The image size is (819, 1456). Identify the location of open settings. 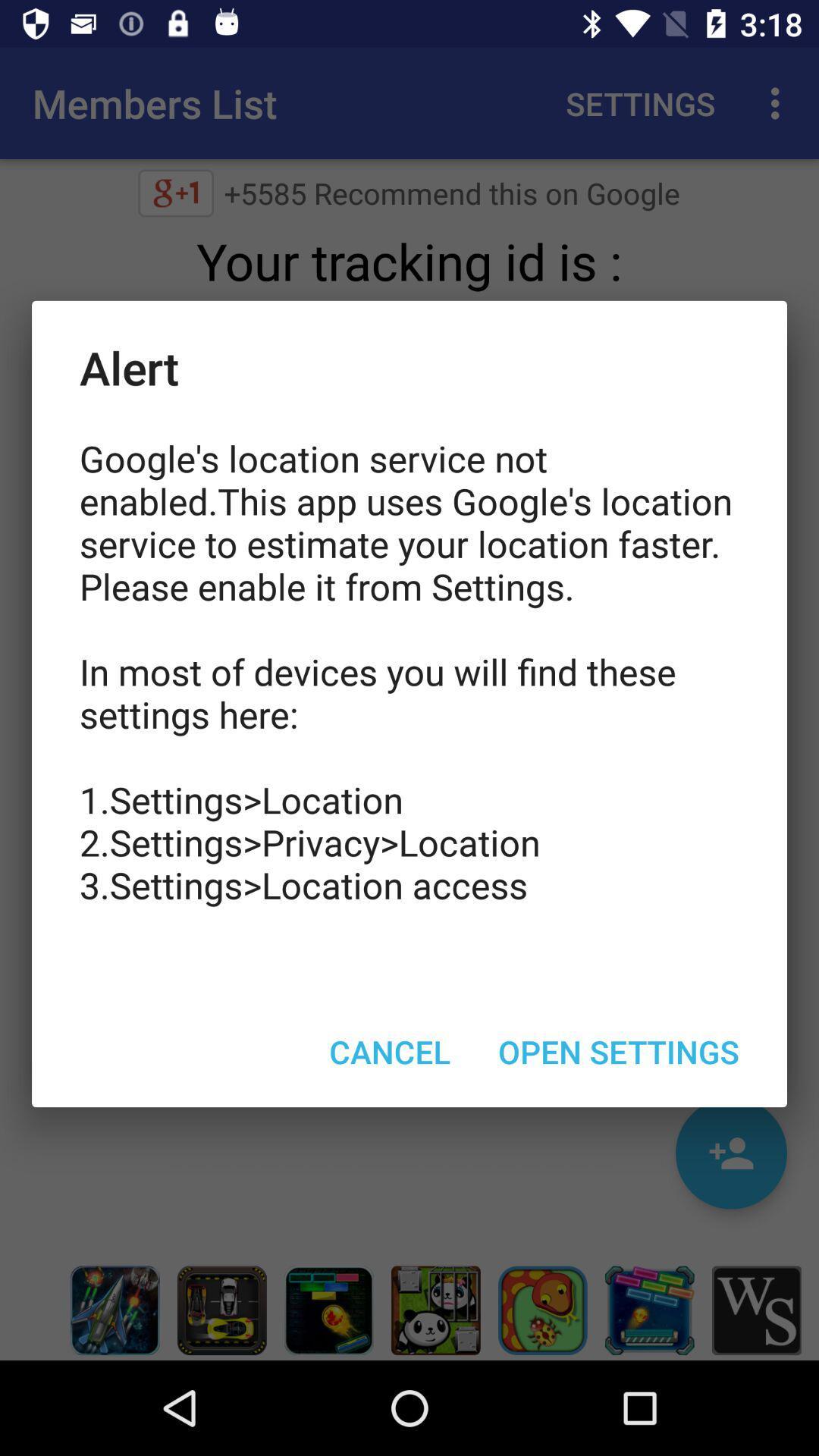
(619, 1050).